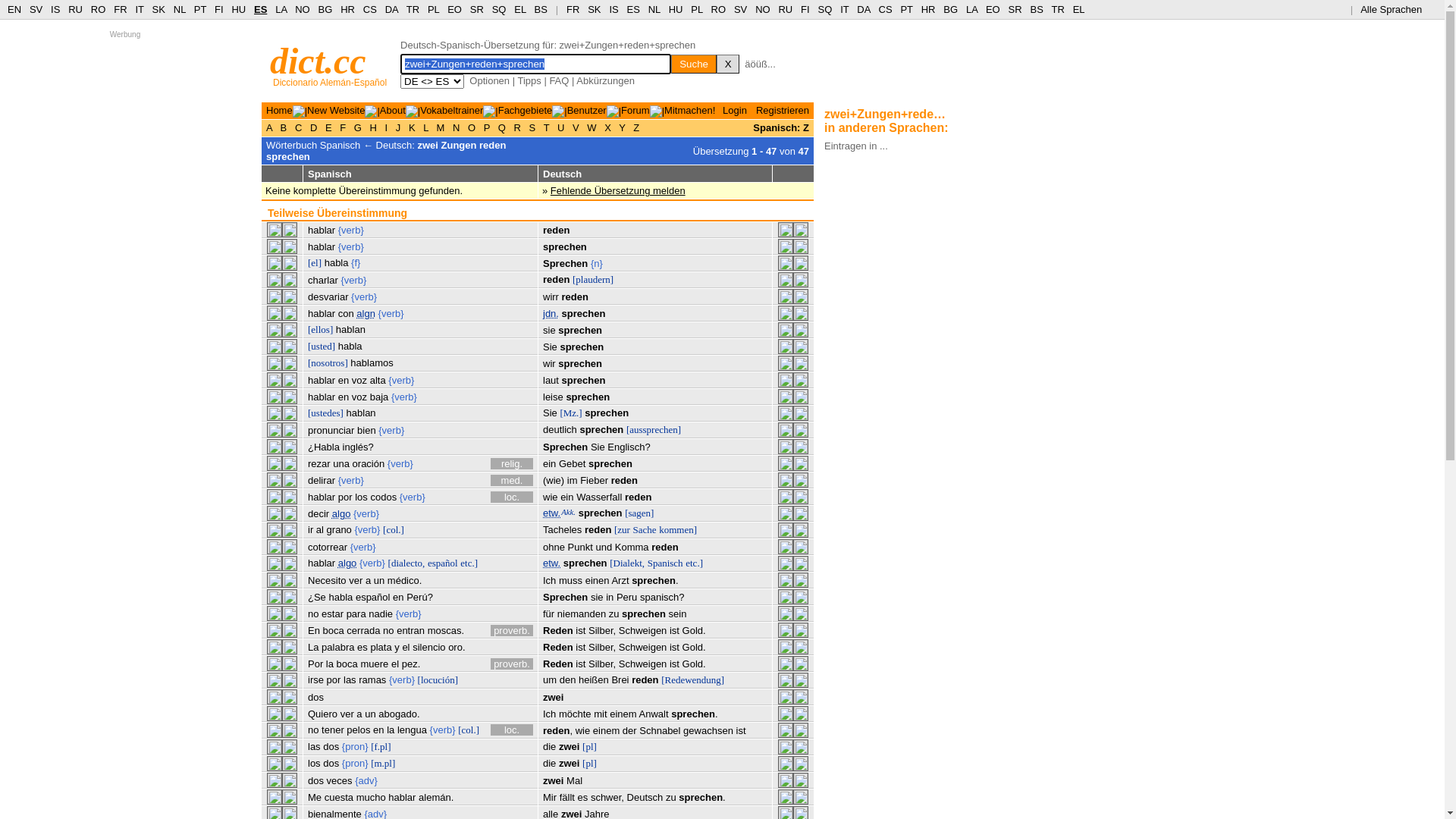  I want to click on '[pl]', so click(588, 745).